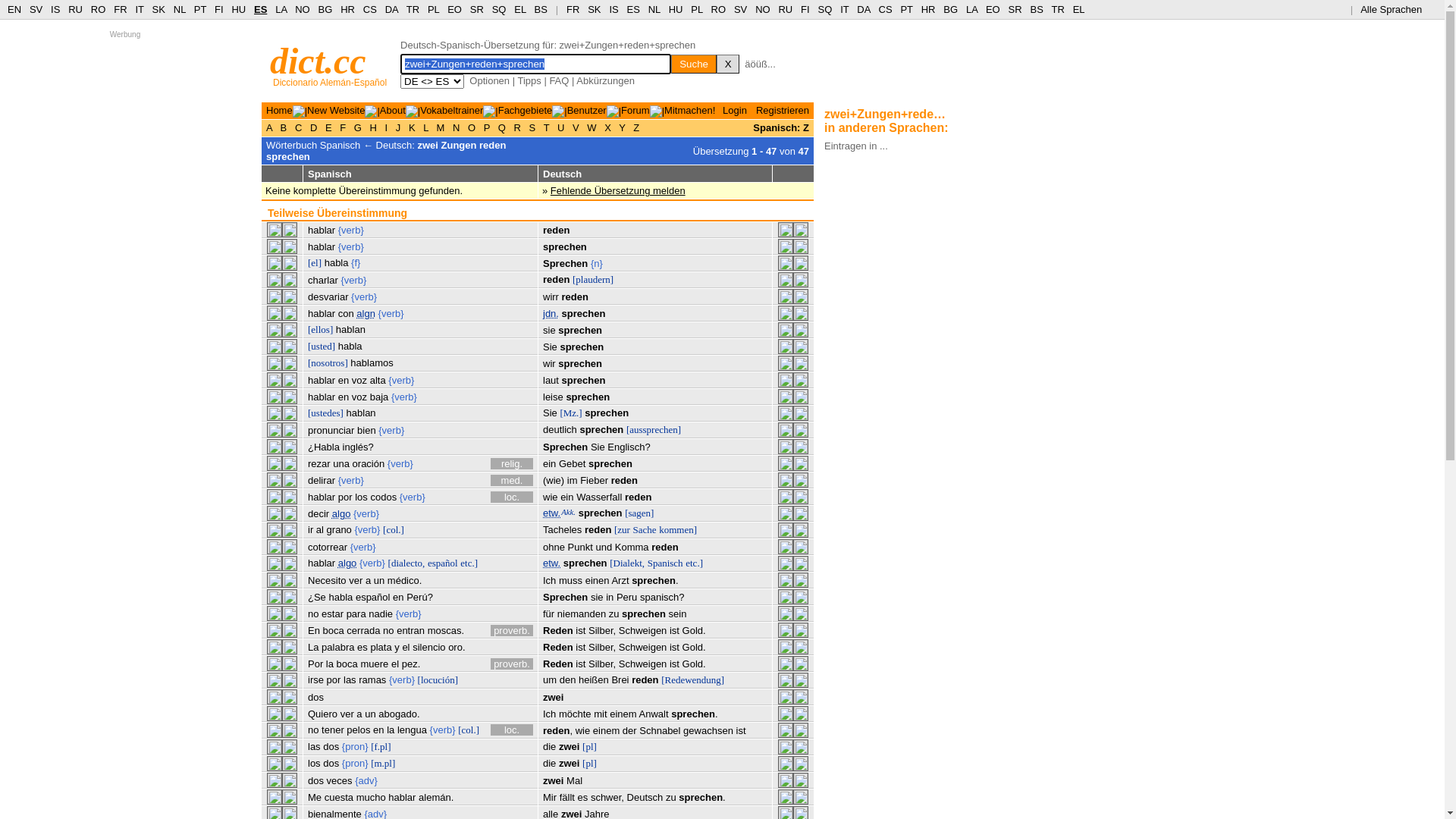  I want to click on '[pl]', so click(588, 745).